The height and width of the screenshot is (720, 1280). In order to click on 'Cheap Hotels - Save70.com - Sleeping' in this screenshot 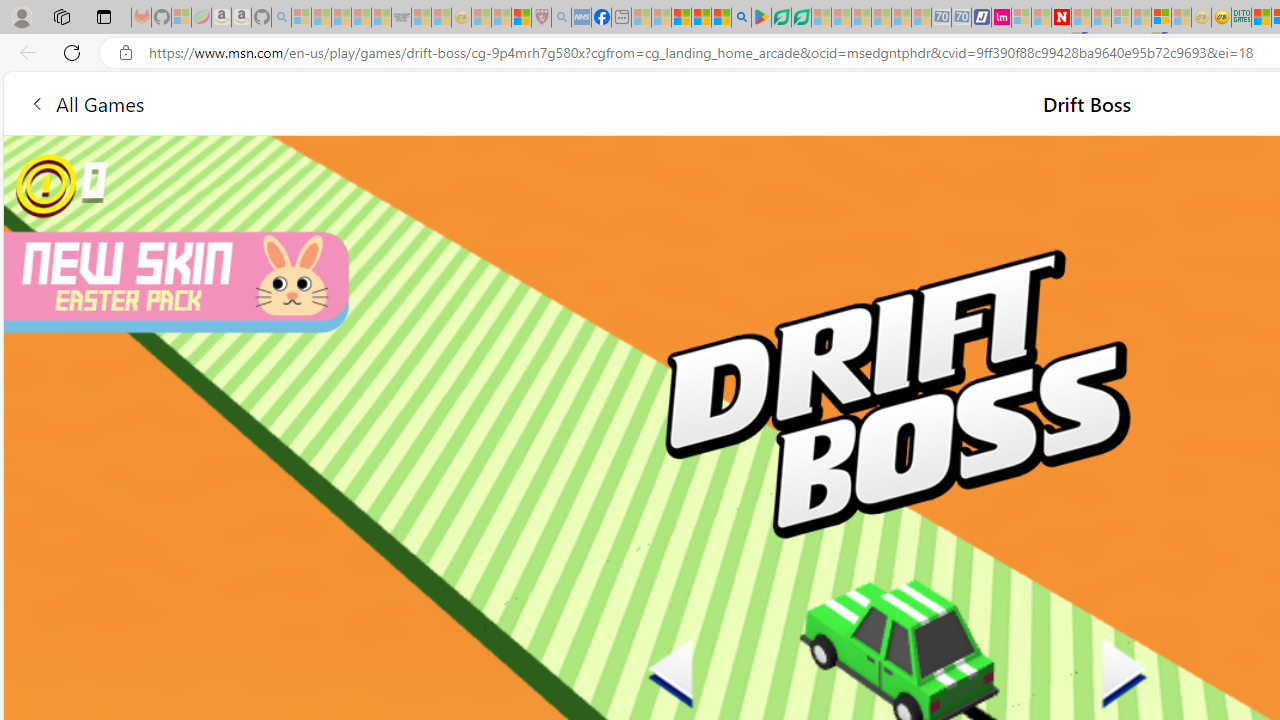, I will do `click(961, 17)`.